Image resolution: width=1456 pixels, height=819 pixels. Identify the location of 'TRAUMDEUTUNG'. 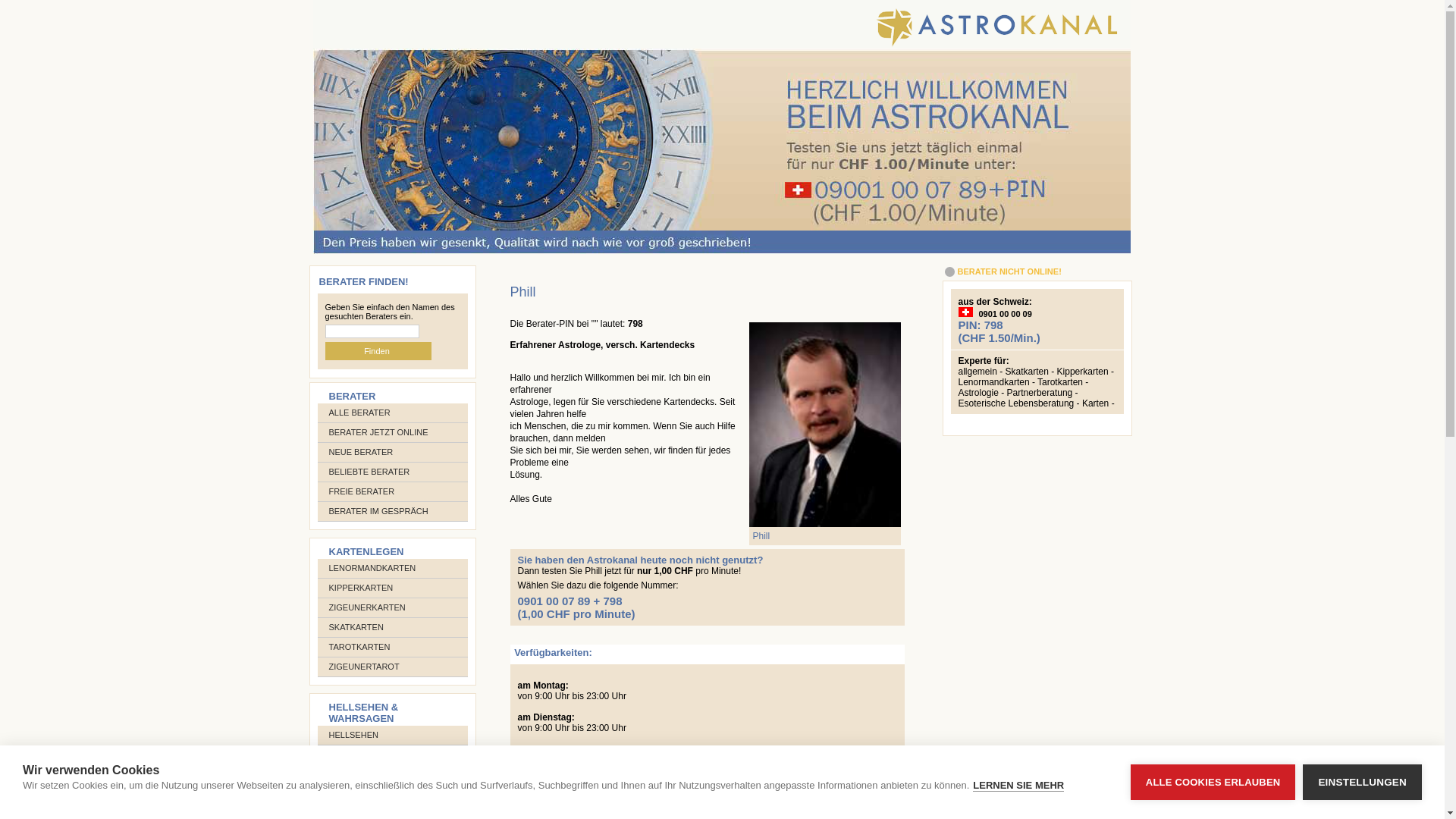
(328, 774).